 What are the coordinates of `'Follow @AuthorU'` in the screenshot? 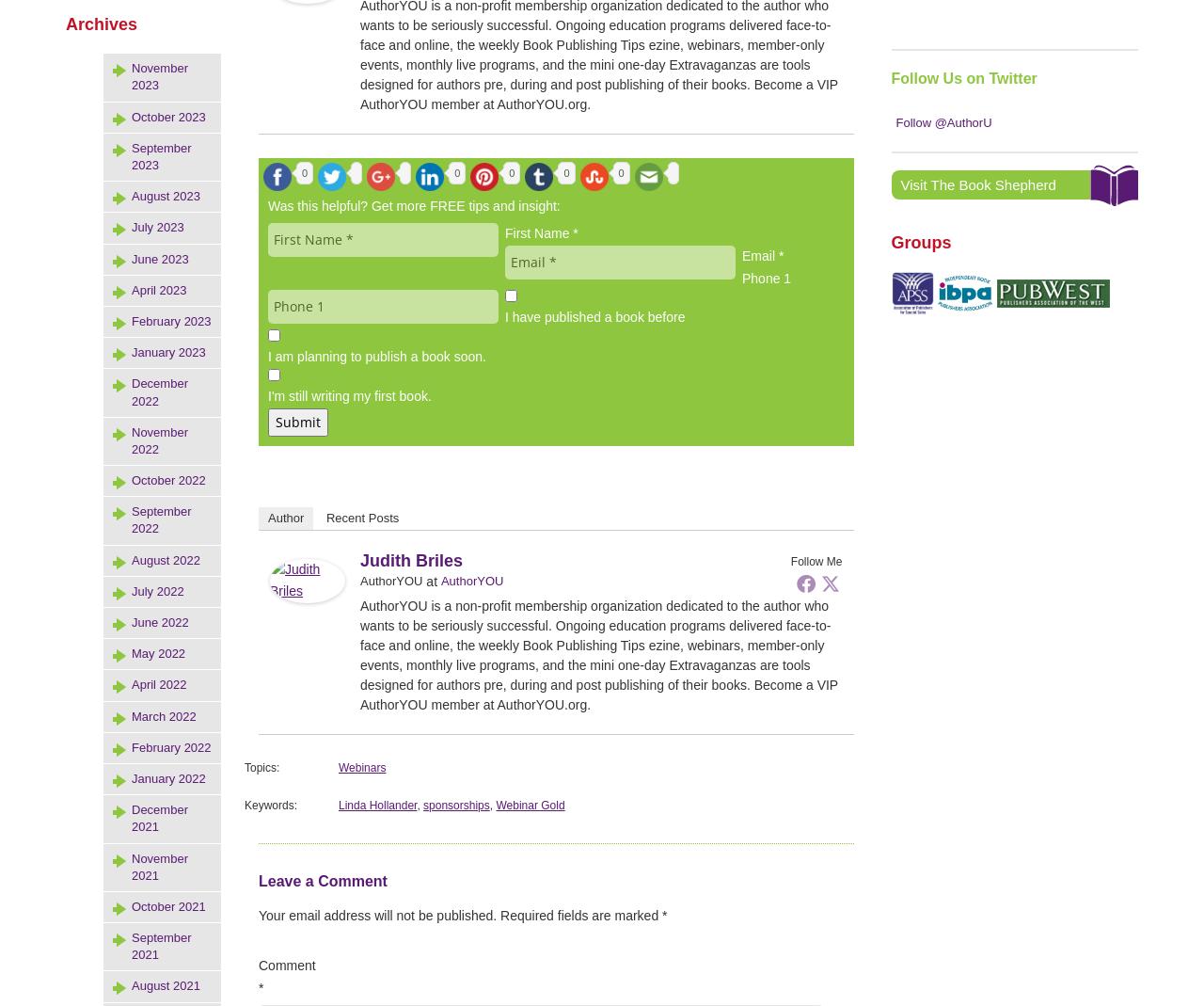 It's located at (895, 122).